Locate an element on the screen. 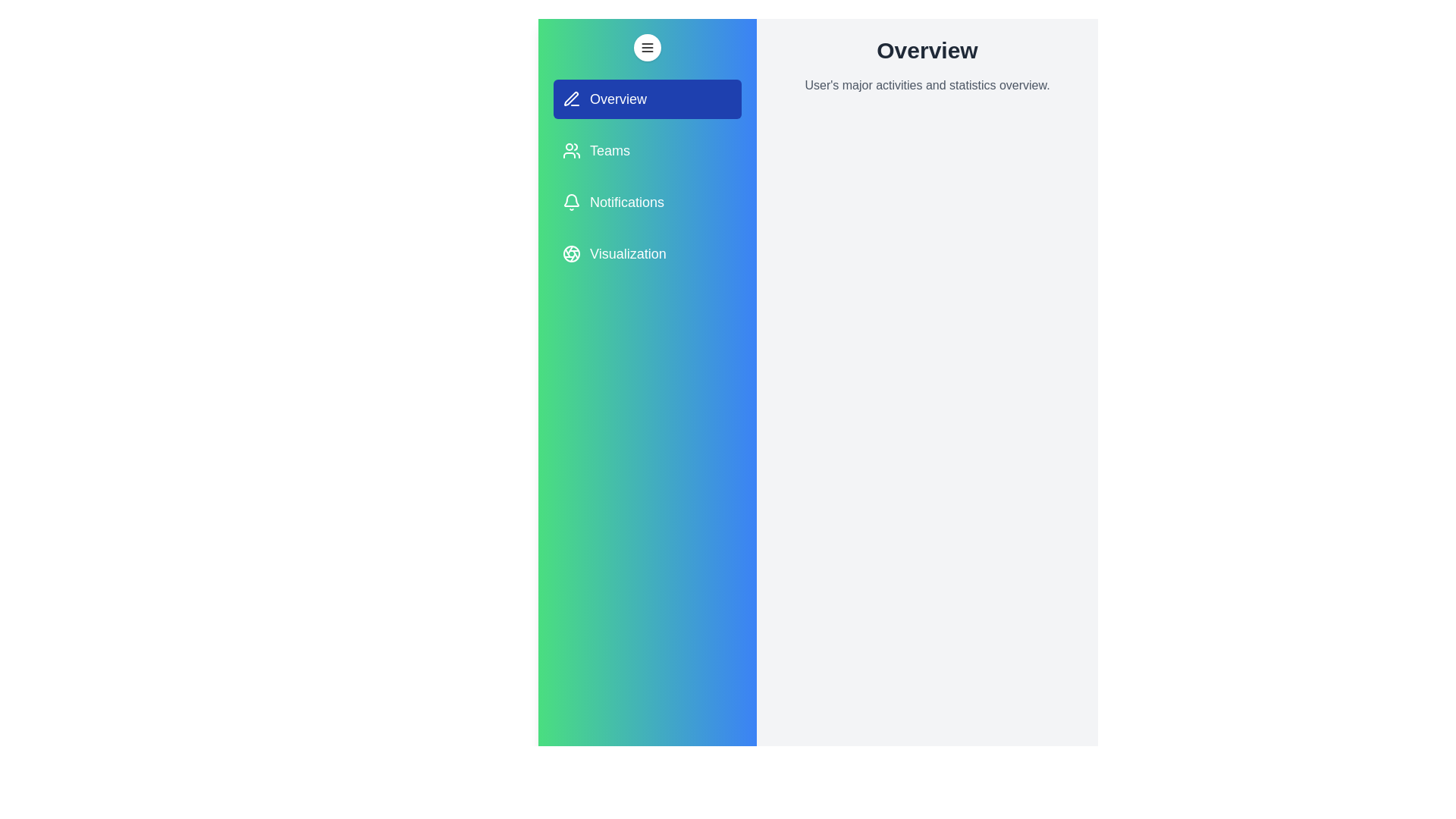 The width and height of the screenshot is (1456, 819). the drawer elements to observe highlights. The element to hover over is specified by the parameter Notifications is located at coordinates (648, 201).